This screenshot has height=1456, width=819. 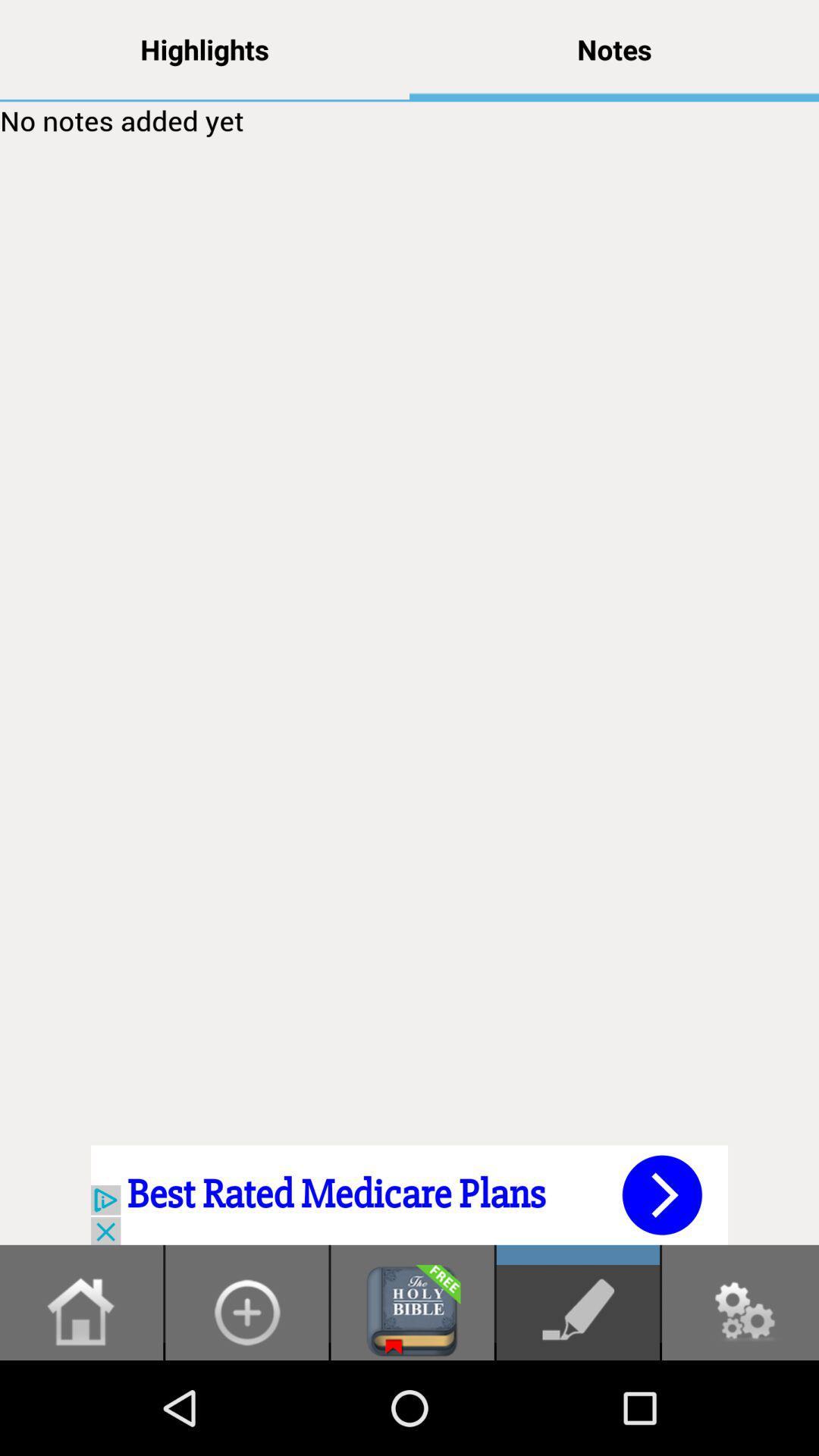 I want to click on the settings icon, so click(x=739, y=1404).